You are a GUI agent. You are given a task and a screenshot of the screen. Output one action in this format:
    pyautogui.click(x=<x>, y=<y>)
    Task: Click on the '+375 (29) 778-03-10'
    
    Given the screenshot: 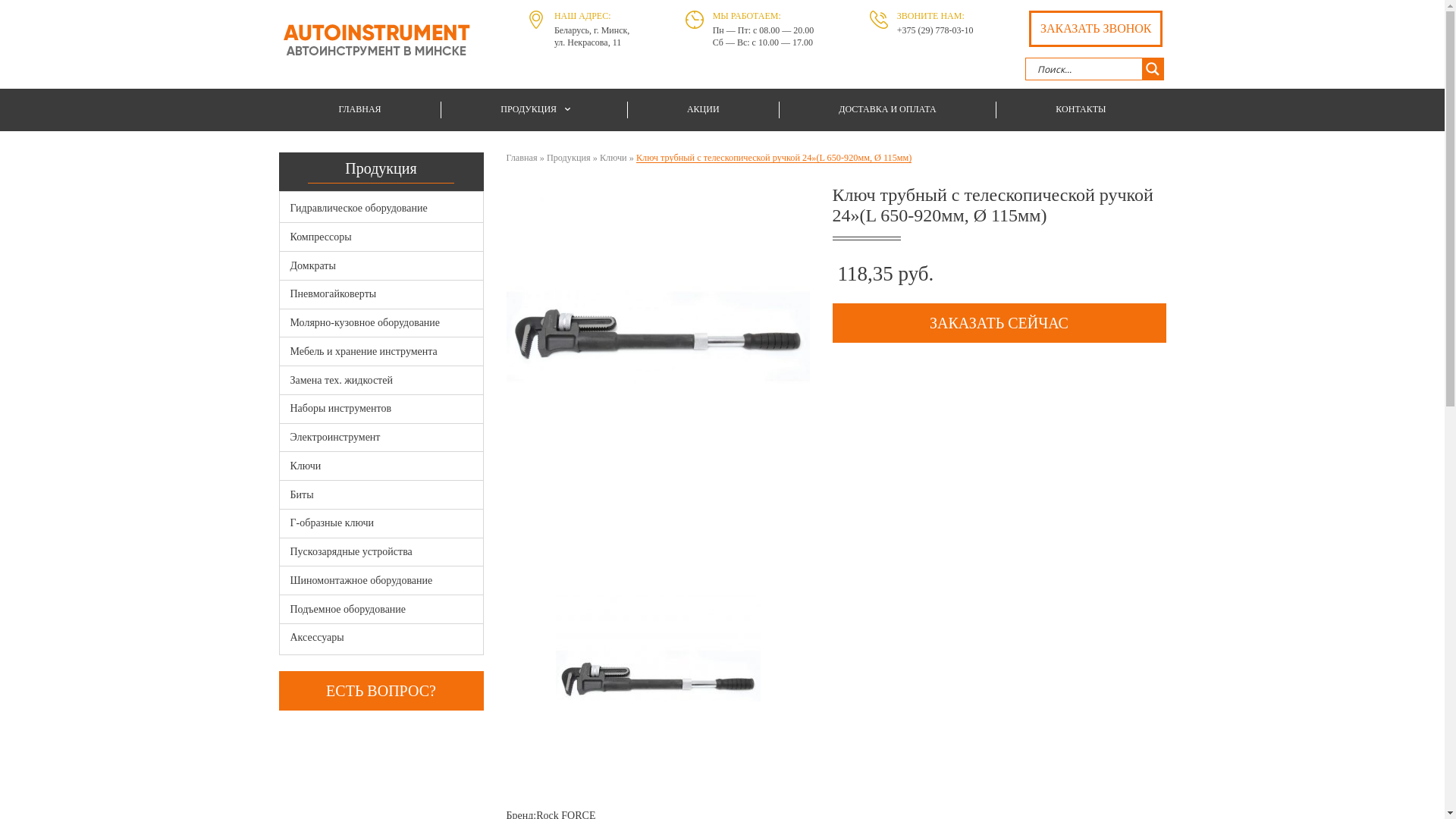 What is the action you would take?
    pyautogui.click(x=934, y=30)
    